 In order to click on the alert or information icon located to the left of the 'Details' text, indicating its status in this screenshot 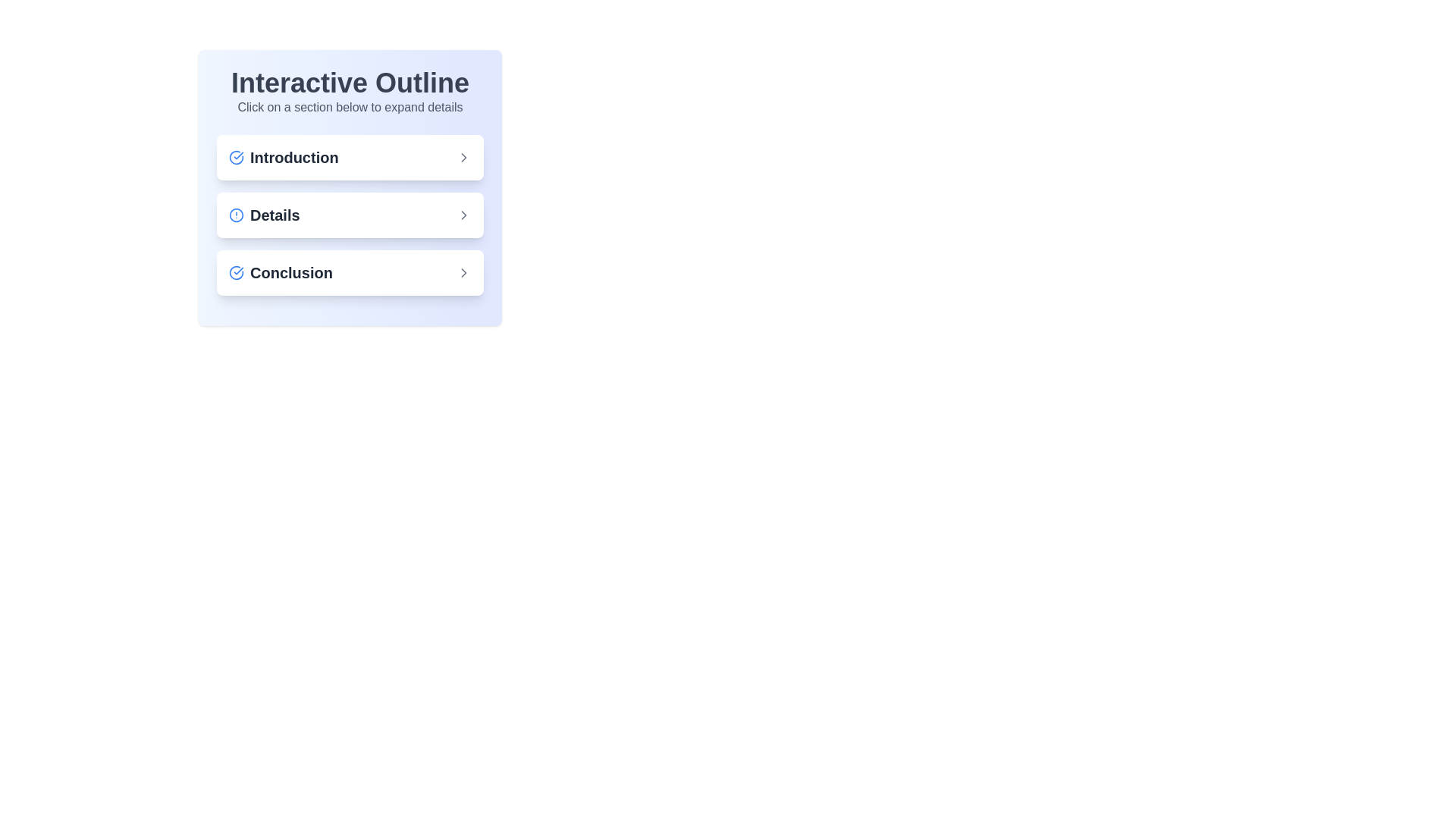, I will do `click(236, 215)`.